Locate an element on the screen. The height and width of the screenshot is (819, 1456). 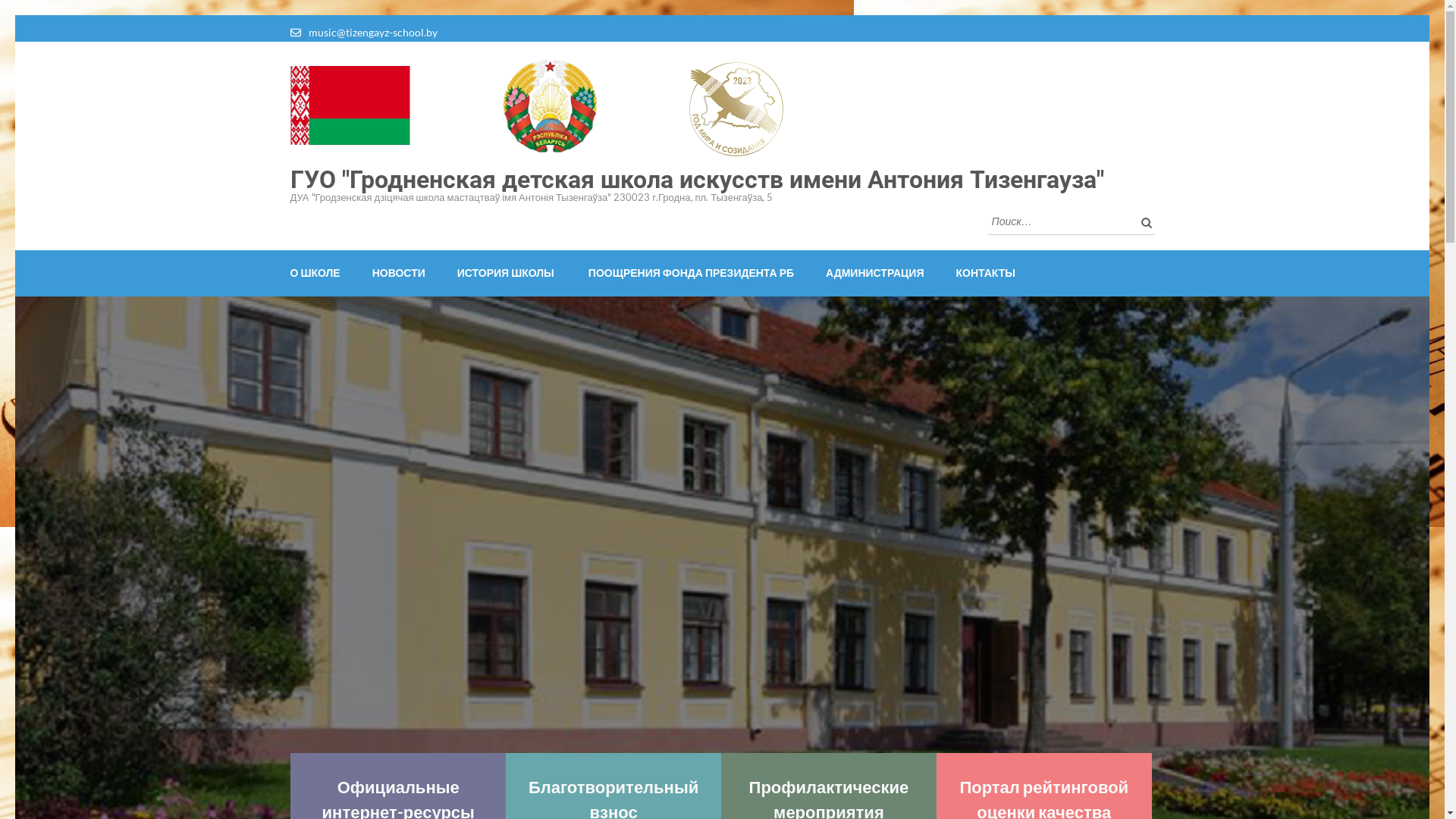
'music@tizengayz-school.by' is located at coordinates (307, 32).